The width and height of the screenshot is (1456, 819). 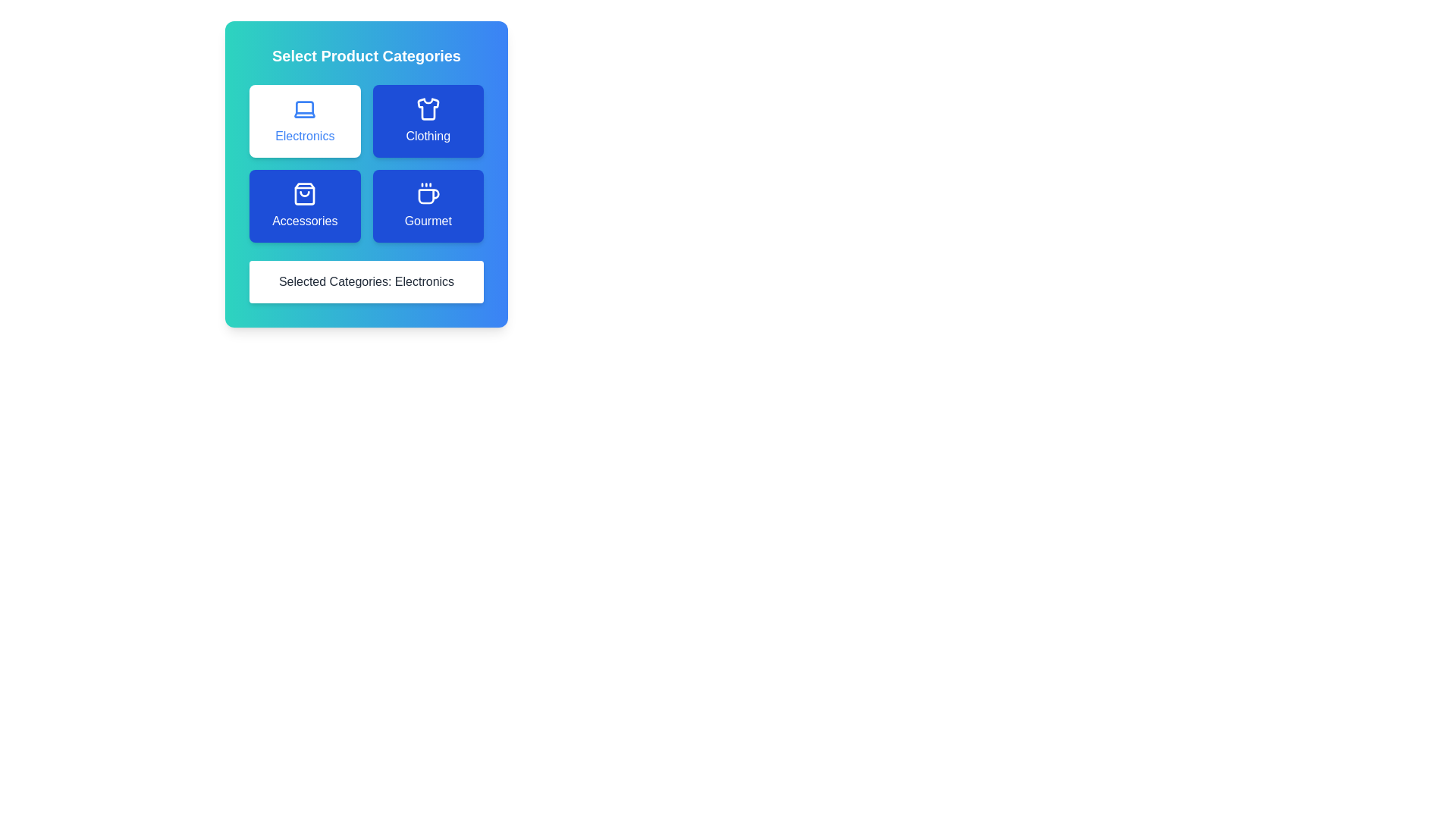 What do you see at coordinates (304, 206) in the screenshot?
I see `the category button Accessories to see its hover effect` at bounding box center [304, 206].